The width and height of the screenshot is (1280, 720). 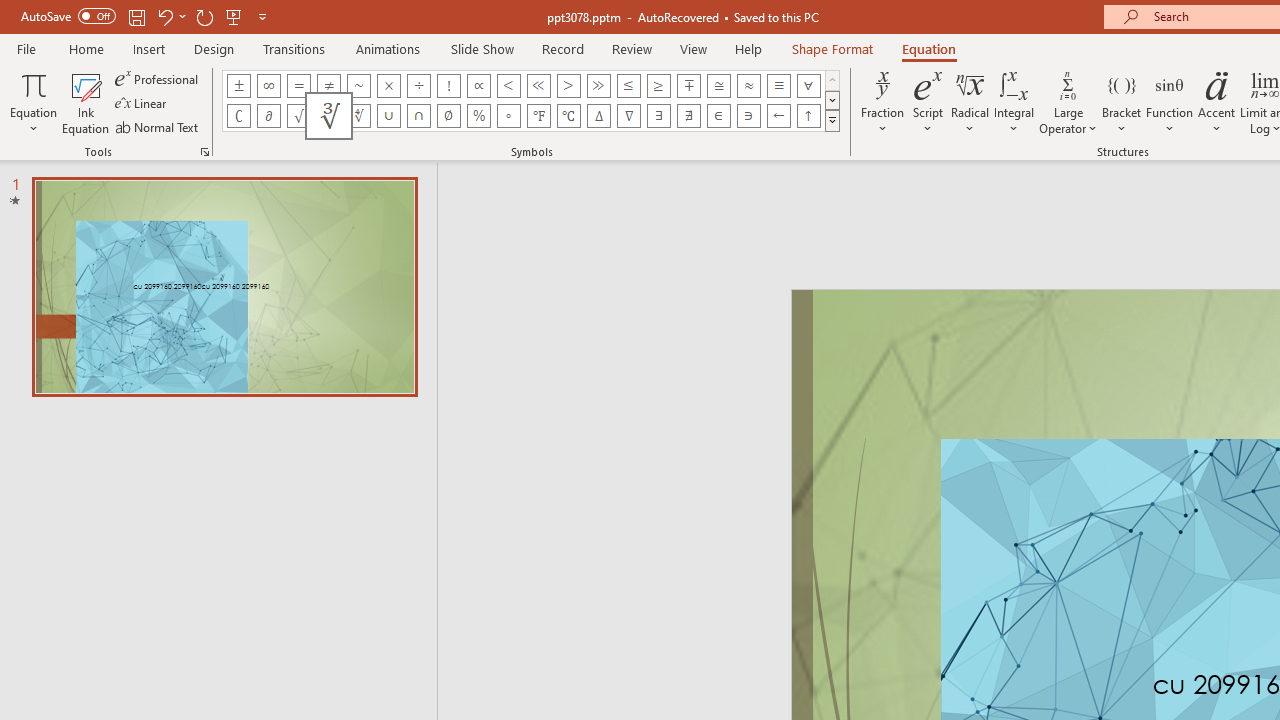 I want to click on 'Equation Symbol Nabla', so click(x=628, y=115).